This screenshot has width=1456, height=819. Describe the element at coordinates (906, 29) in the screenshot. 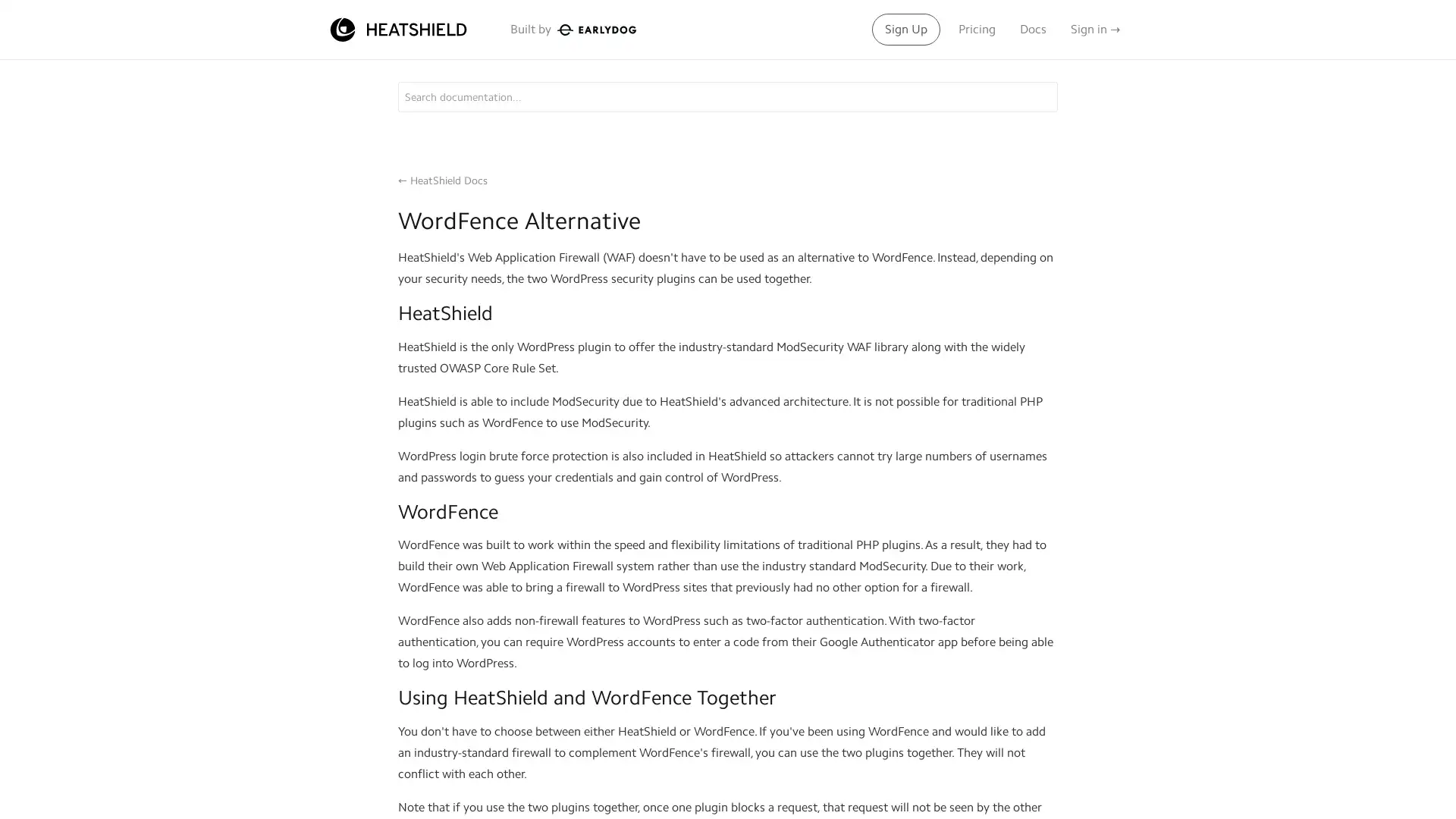

I see `Sign Up` at that location.